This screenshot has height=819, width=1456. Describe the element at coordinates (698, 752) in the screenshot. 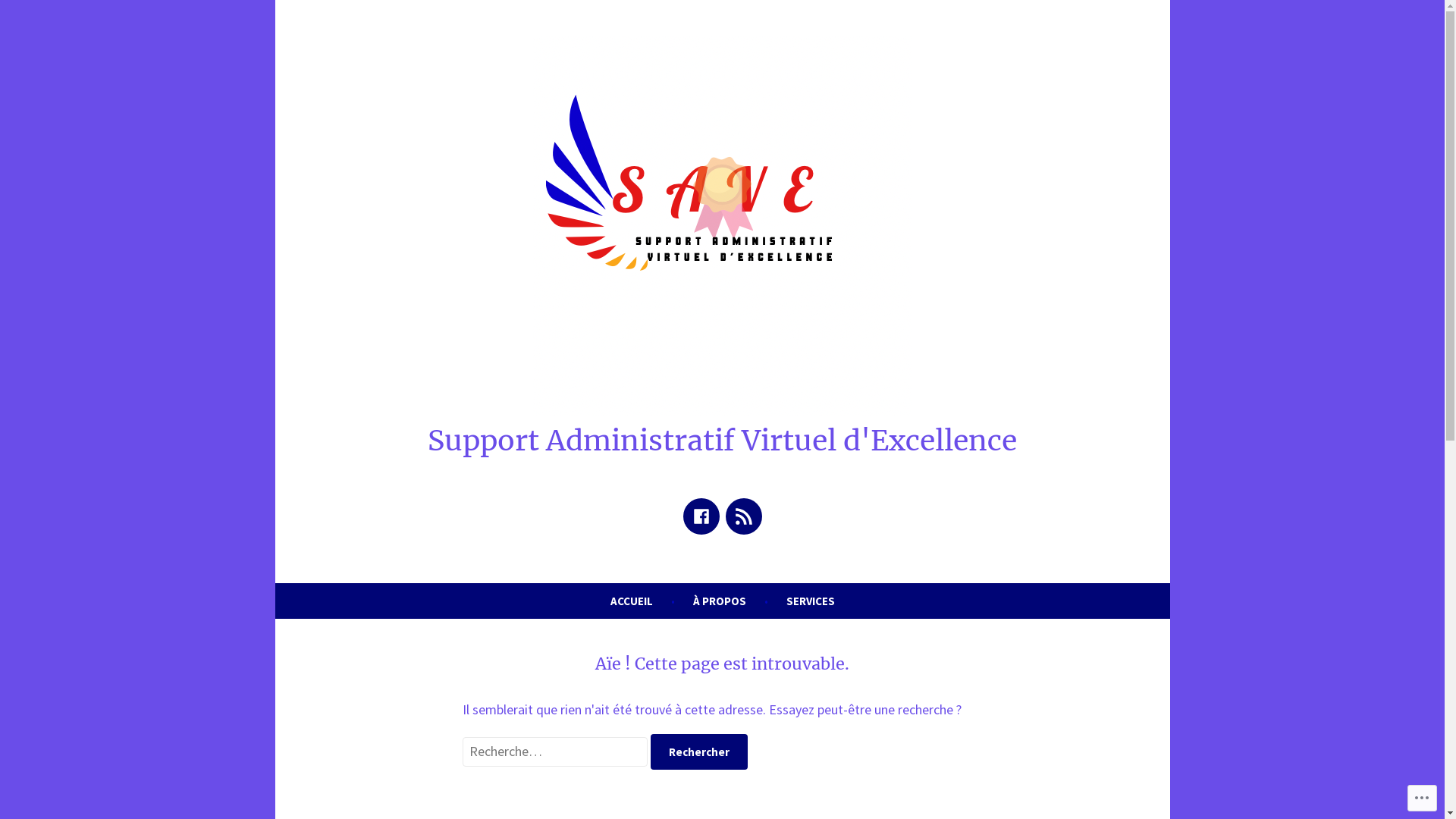

I see `'Rechercher'` at that location.